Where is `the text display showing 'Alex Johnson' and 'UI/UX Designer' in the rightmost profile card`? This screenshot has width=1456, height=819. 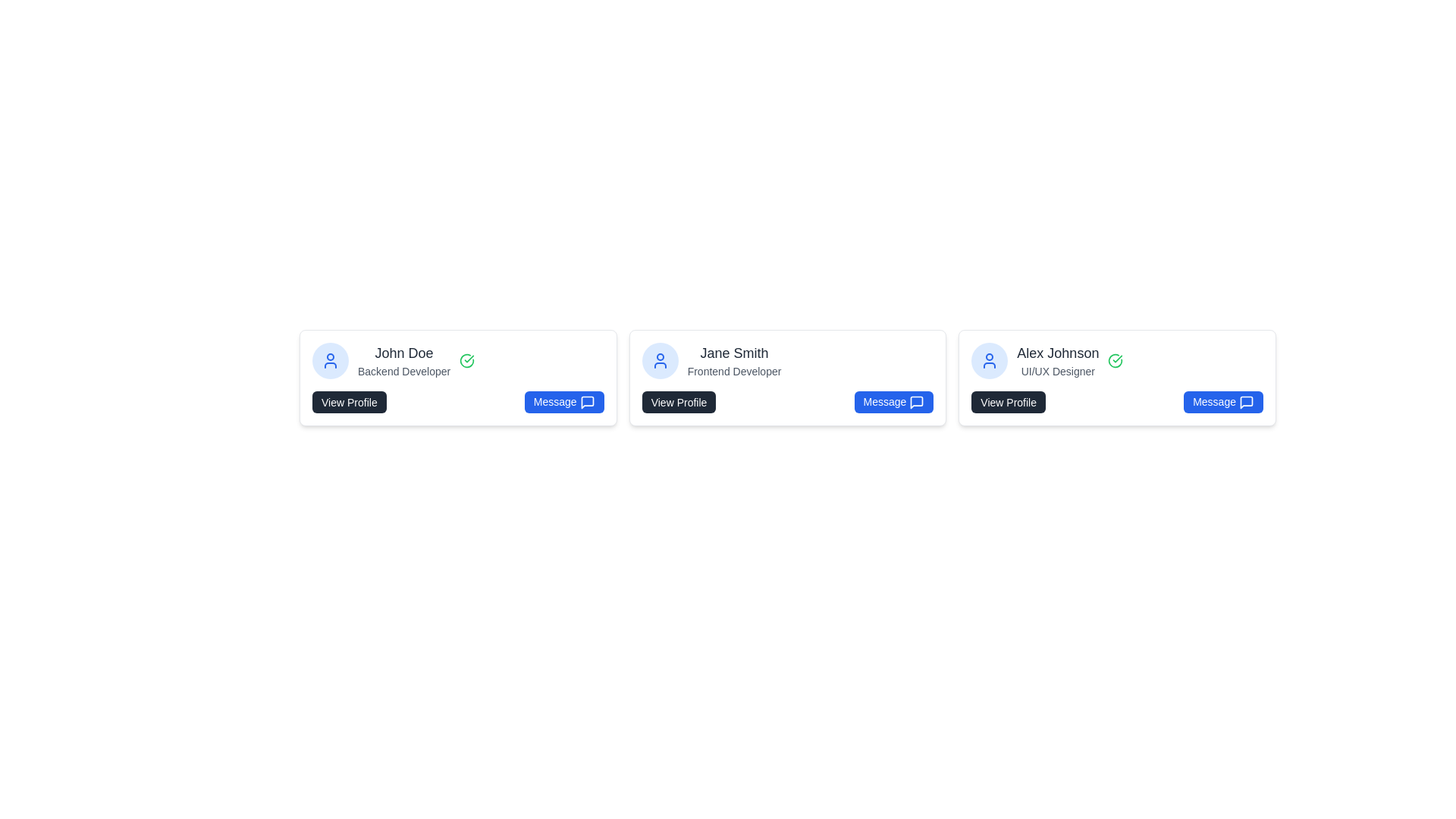 the text display showing 'Alex Johnson' and 'UI/UX Designer' in the rightmost profile card is located at coordinates (1057, 360).